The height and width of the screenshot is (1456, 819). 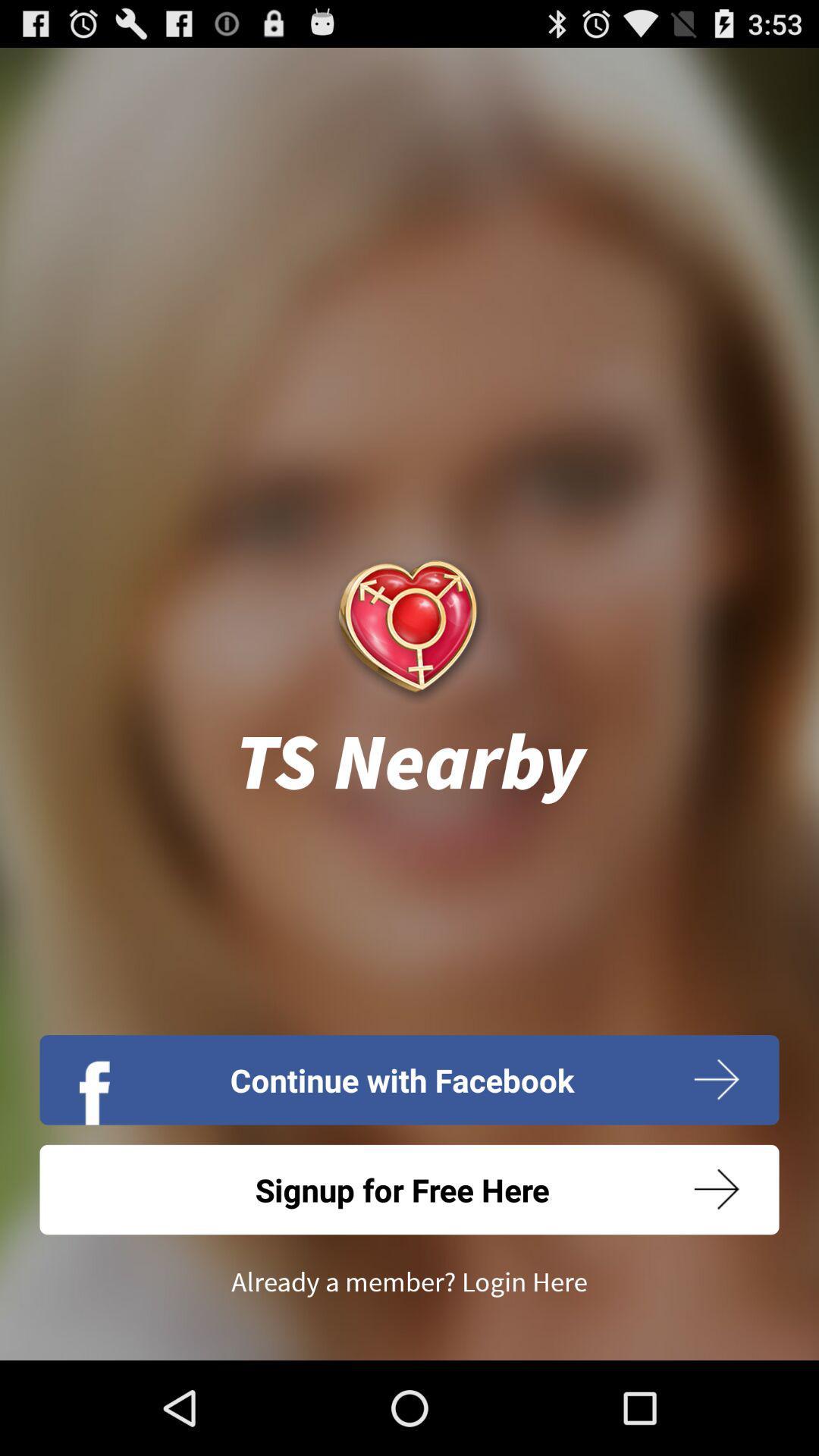 What do you see at coordinates (409, 1189) in the screenshot?
I see `the signup for free button` at bounding box center [409, 1189].